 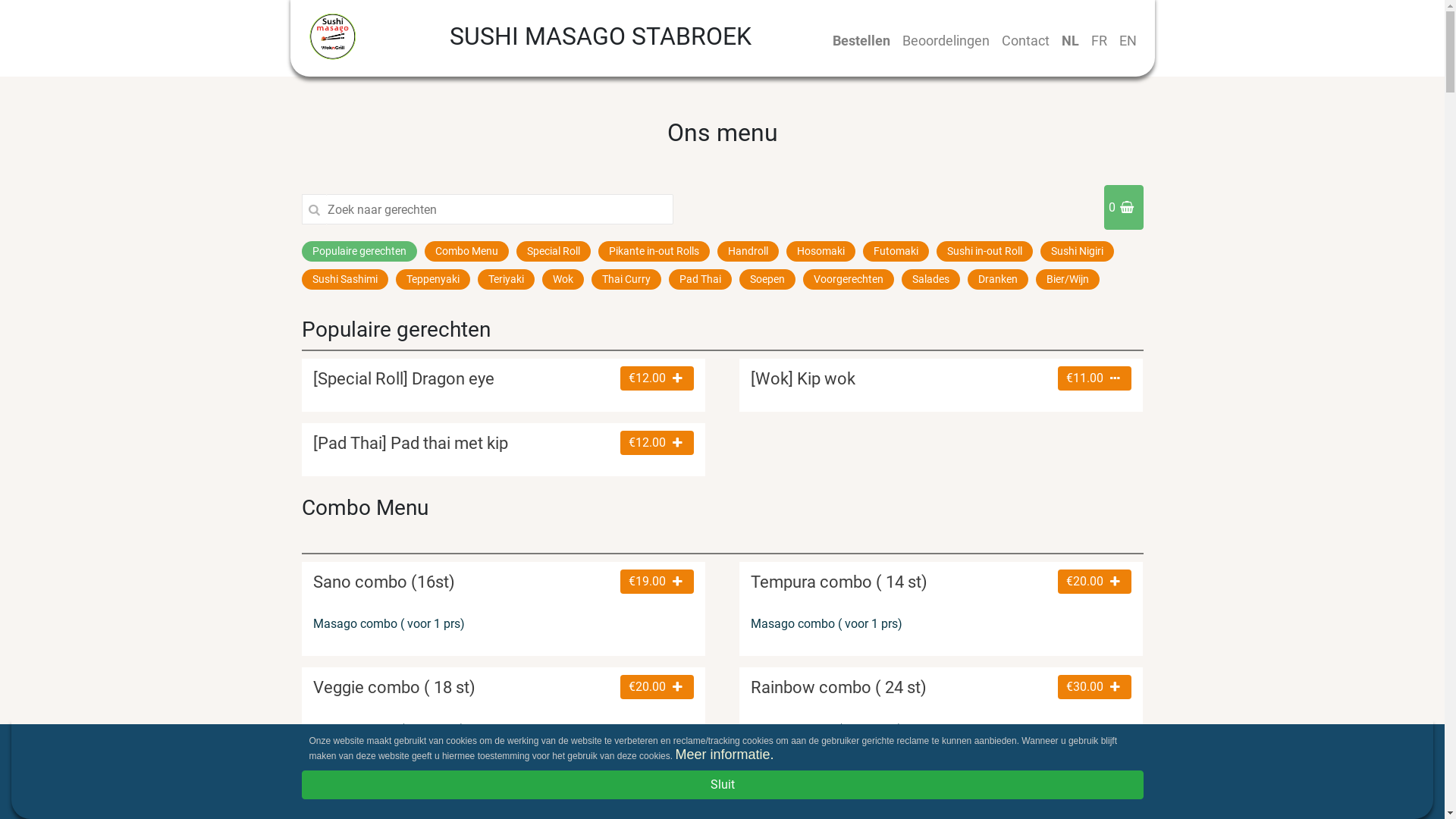 What do you see at coordinates (1040, 250) in the screenshot?
I see `'Sushi Nigiri'` at bounding box center [1040, 250].